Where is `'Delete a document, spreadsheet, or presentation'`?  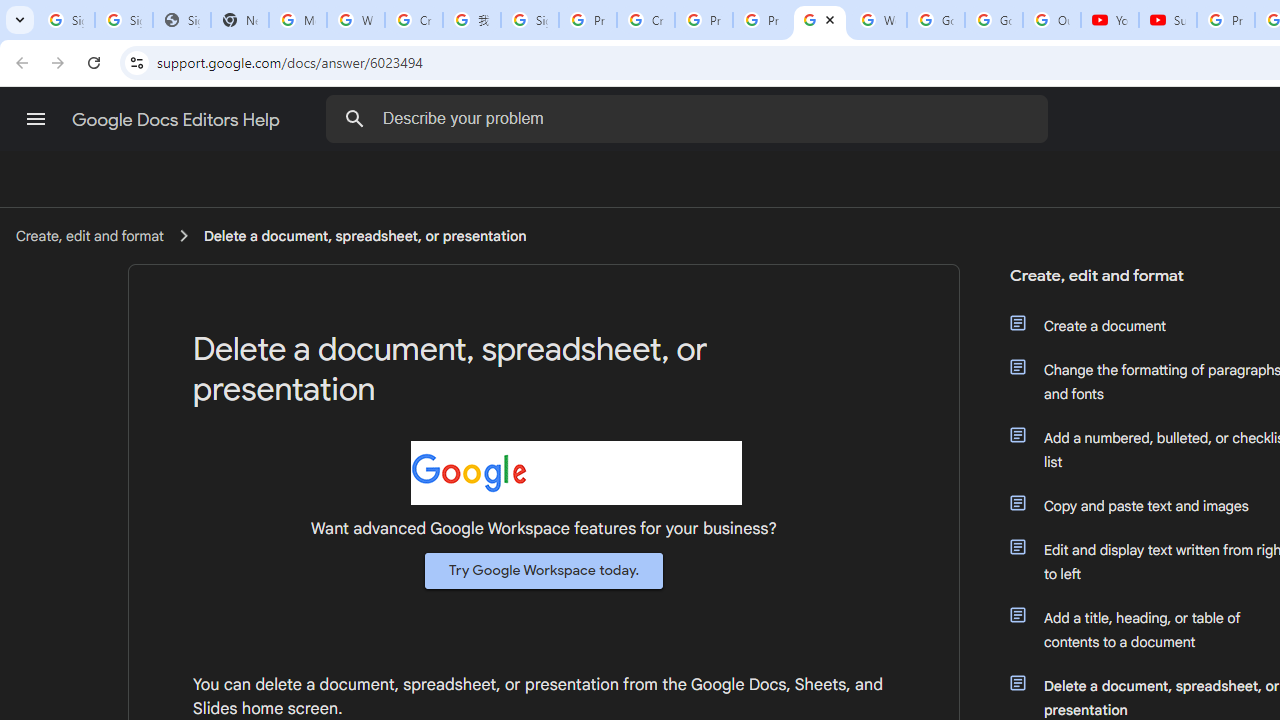 'Delete a document, spreadsheet, or presentation' is located at coordinates (365, 234).